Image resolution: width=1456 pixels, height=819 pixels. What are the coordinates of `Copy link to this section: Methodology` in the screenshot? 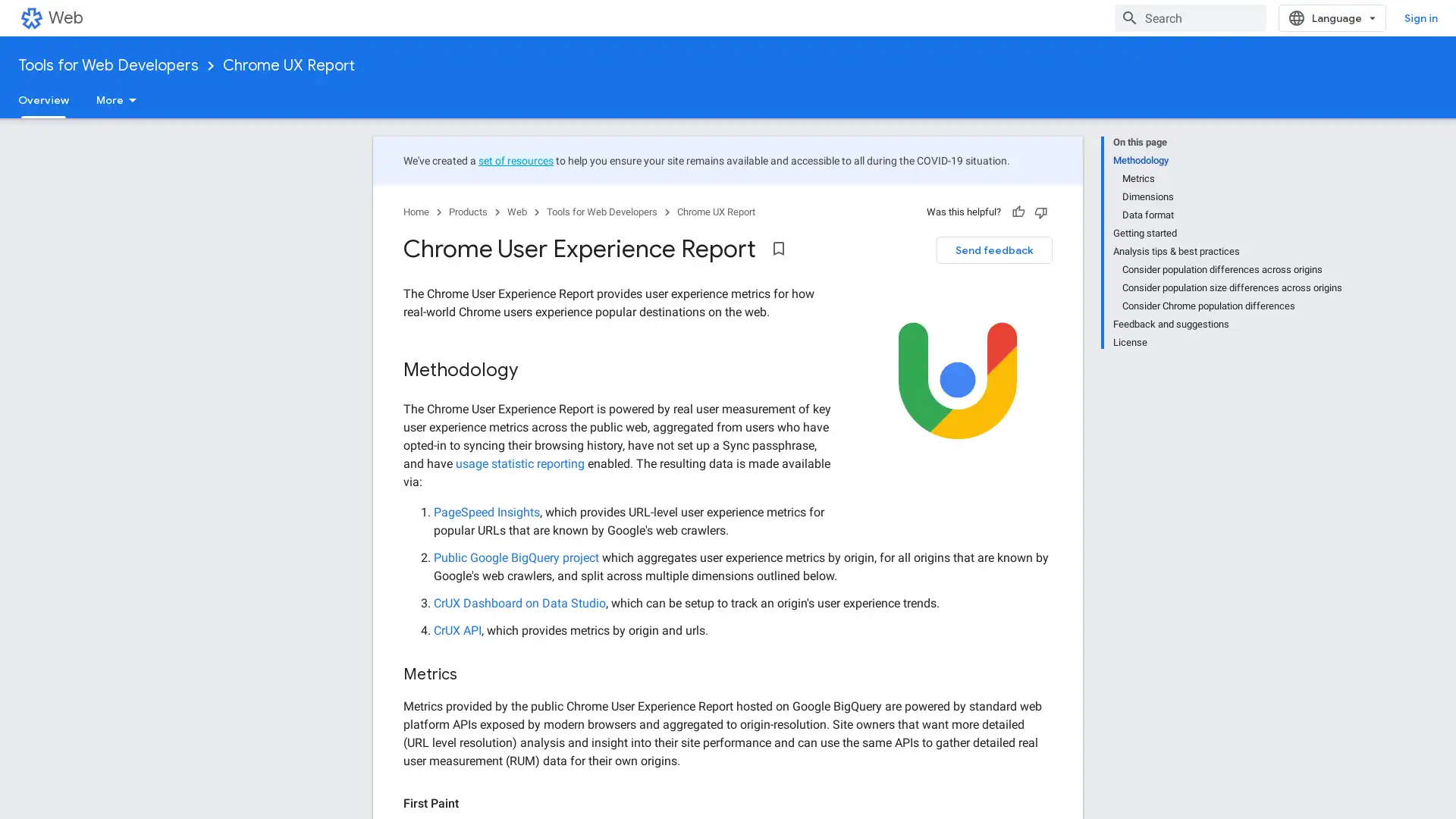 It's located at (534, 371).